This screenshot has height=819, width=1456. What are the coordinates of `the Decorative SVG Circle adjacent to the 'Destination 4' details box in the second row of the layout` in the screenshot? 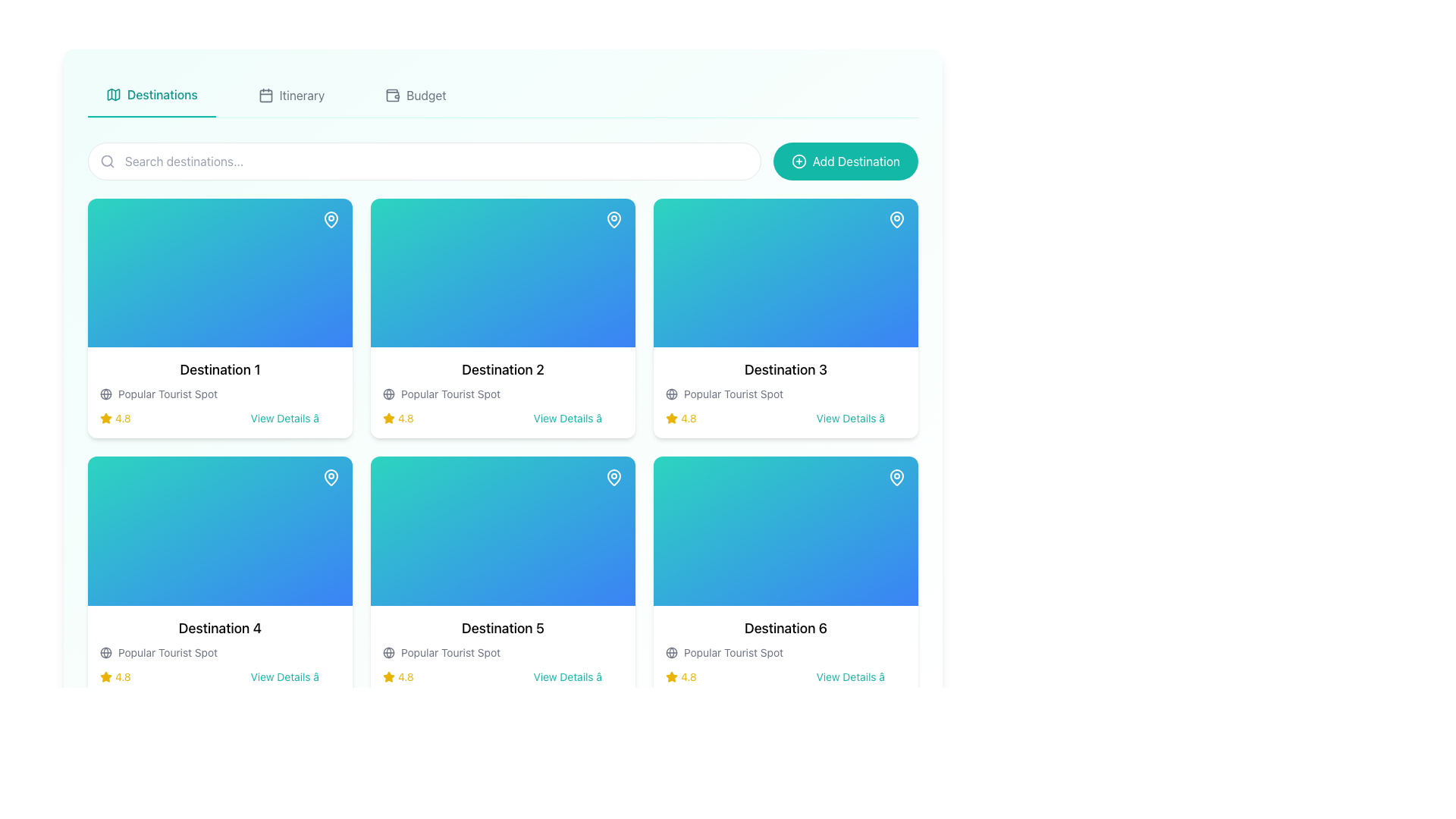 It's located at (105, 651).